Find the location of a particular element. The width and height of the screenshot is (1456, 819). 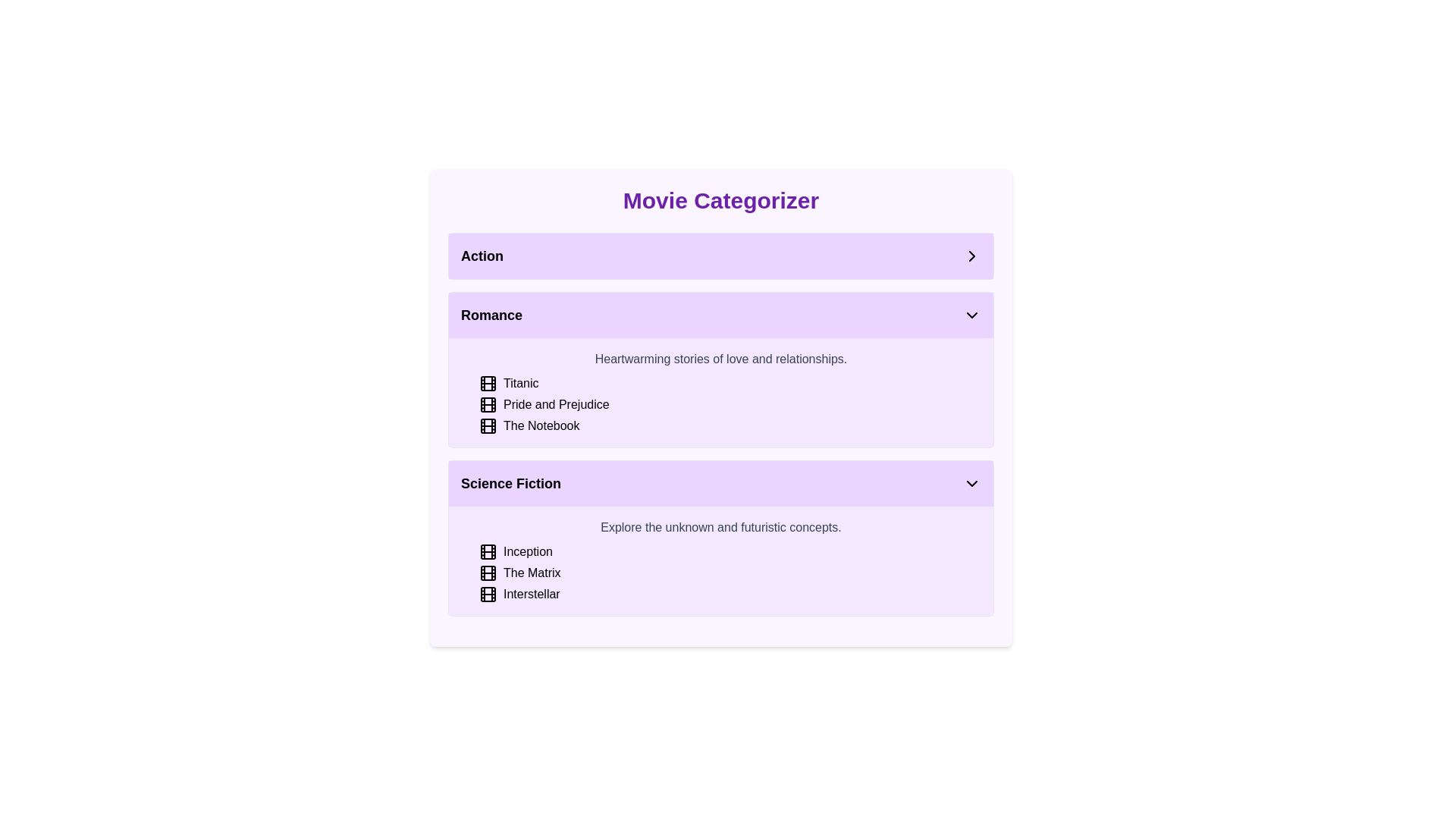

the chevron down icon located at the far right of the 'Science Fiction' header is located at coordinates (971, 483).